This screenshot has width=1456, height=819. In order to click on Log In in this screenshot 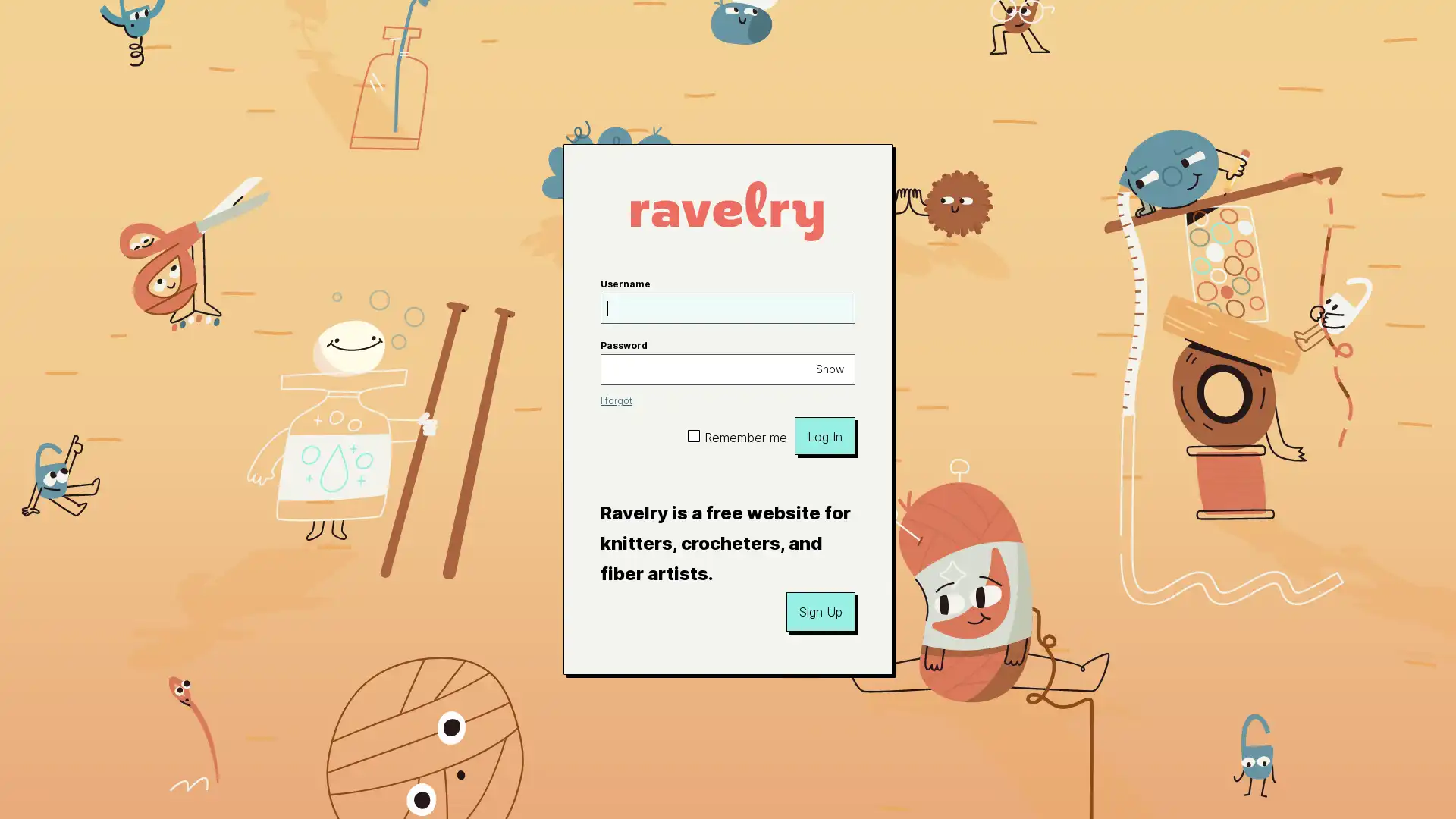, I will do `click(824, 435)`.